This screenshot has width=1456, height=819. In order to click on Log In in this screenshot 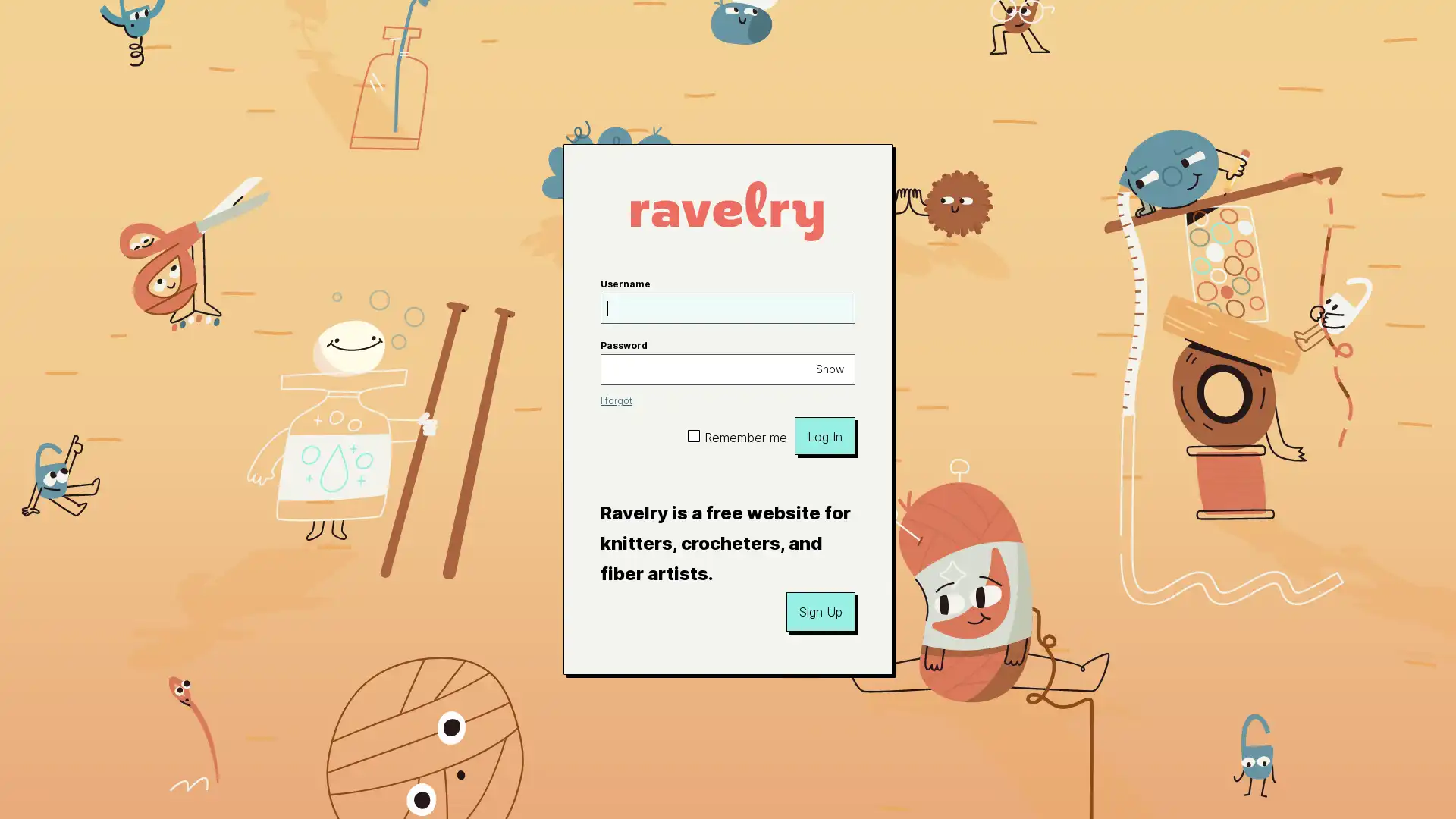, I will do `click(824, 435)`.